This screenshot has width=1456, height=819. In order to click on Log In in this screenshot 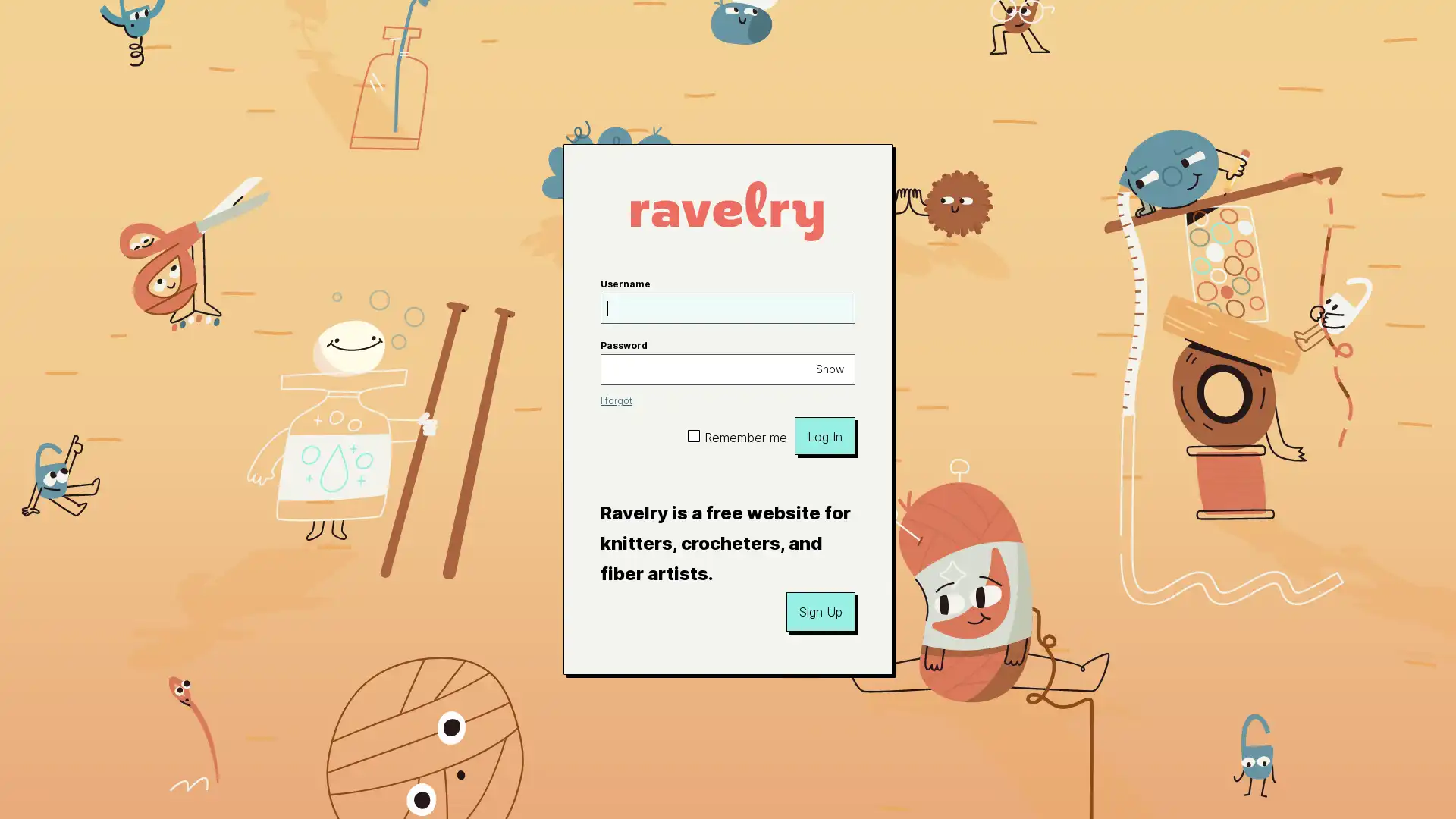, I will do `click(824, 435)`.